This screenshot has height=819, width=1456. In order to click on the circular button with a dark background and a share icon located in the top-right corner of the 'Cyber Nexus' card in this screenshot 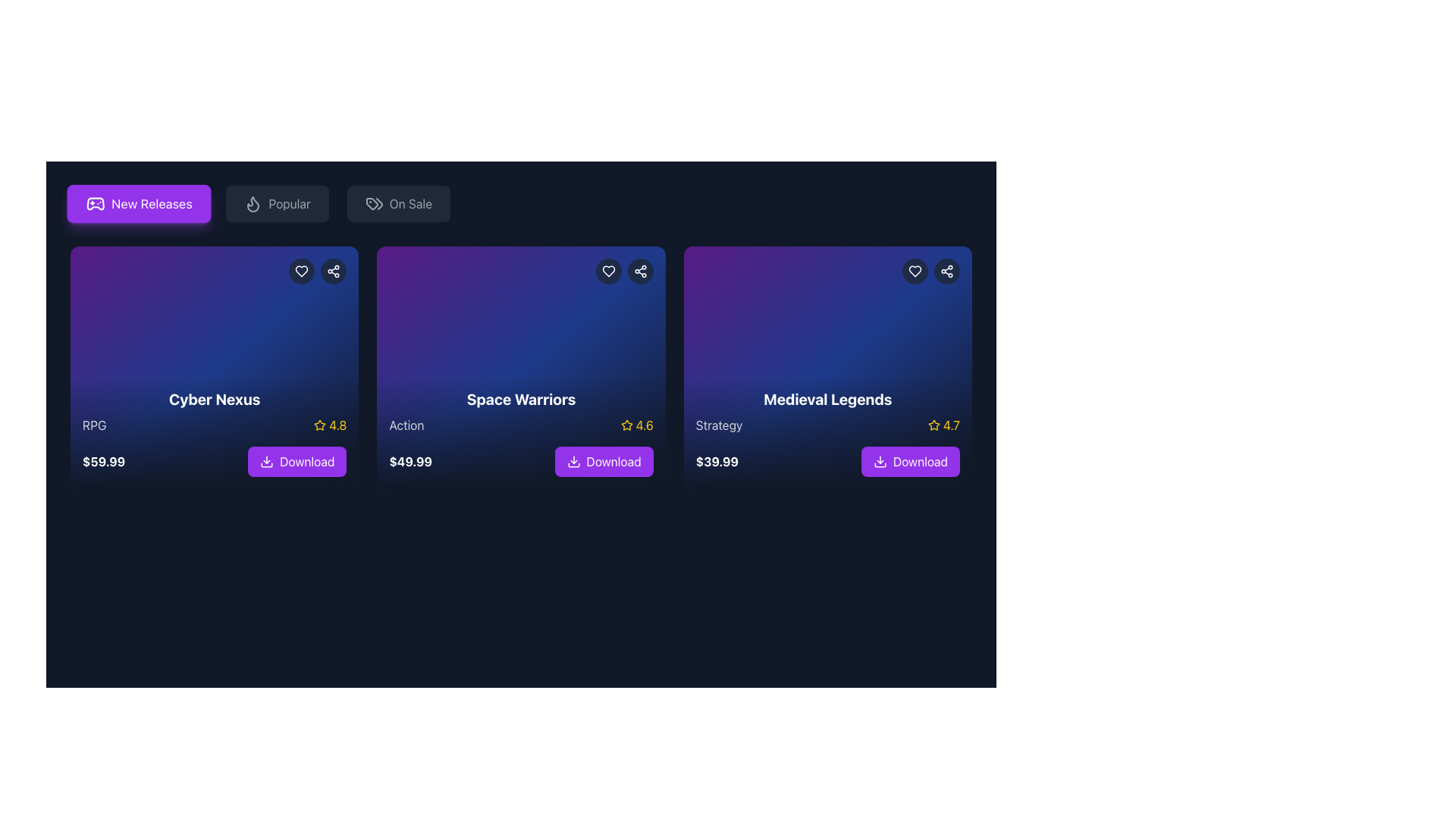, I will do `click(333, 271)`.